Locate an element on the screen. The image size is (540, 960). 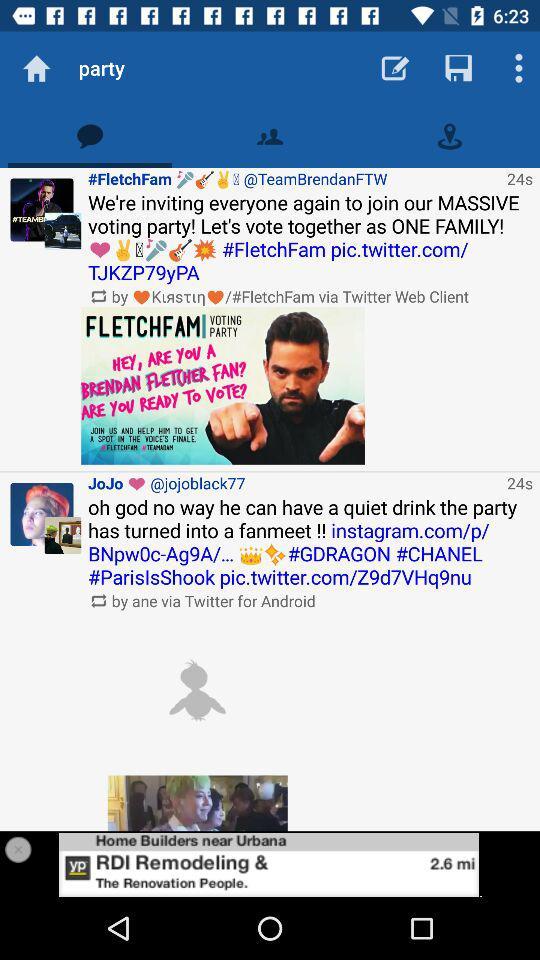
the image contains an advertisement is located at coordinates (270, 863).